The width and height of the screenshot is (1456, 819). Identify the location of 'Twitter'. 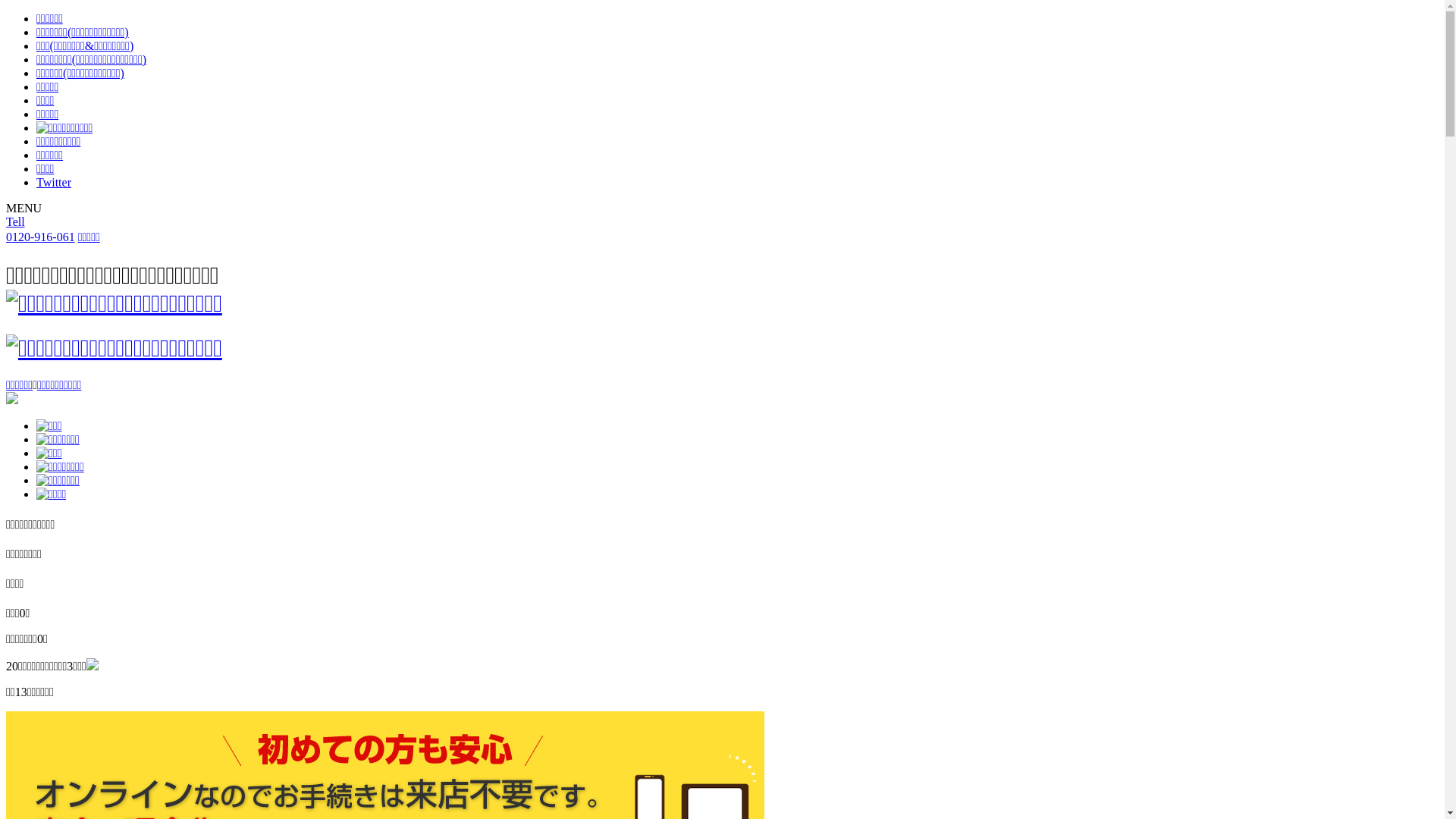
(54, 181).